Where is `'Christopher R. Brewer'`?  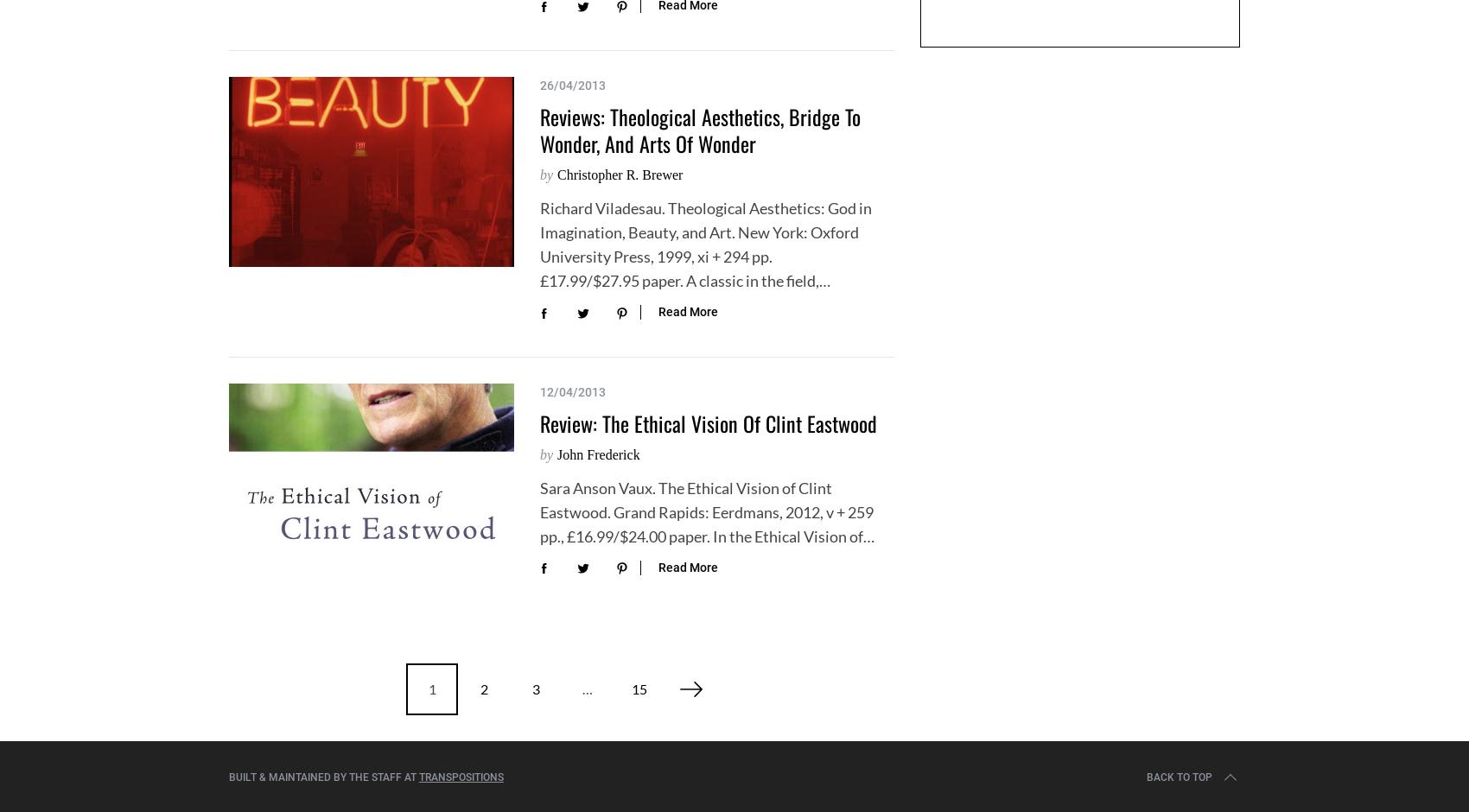
'Christopher R. Brewer' is located at coordinates (620, 174).